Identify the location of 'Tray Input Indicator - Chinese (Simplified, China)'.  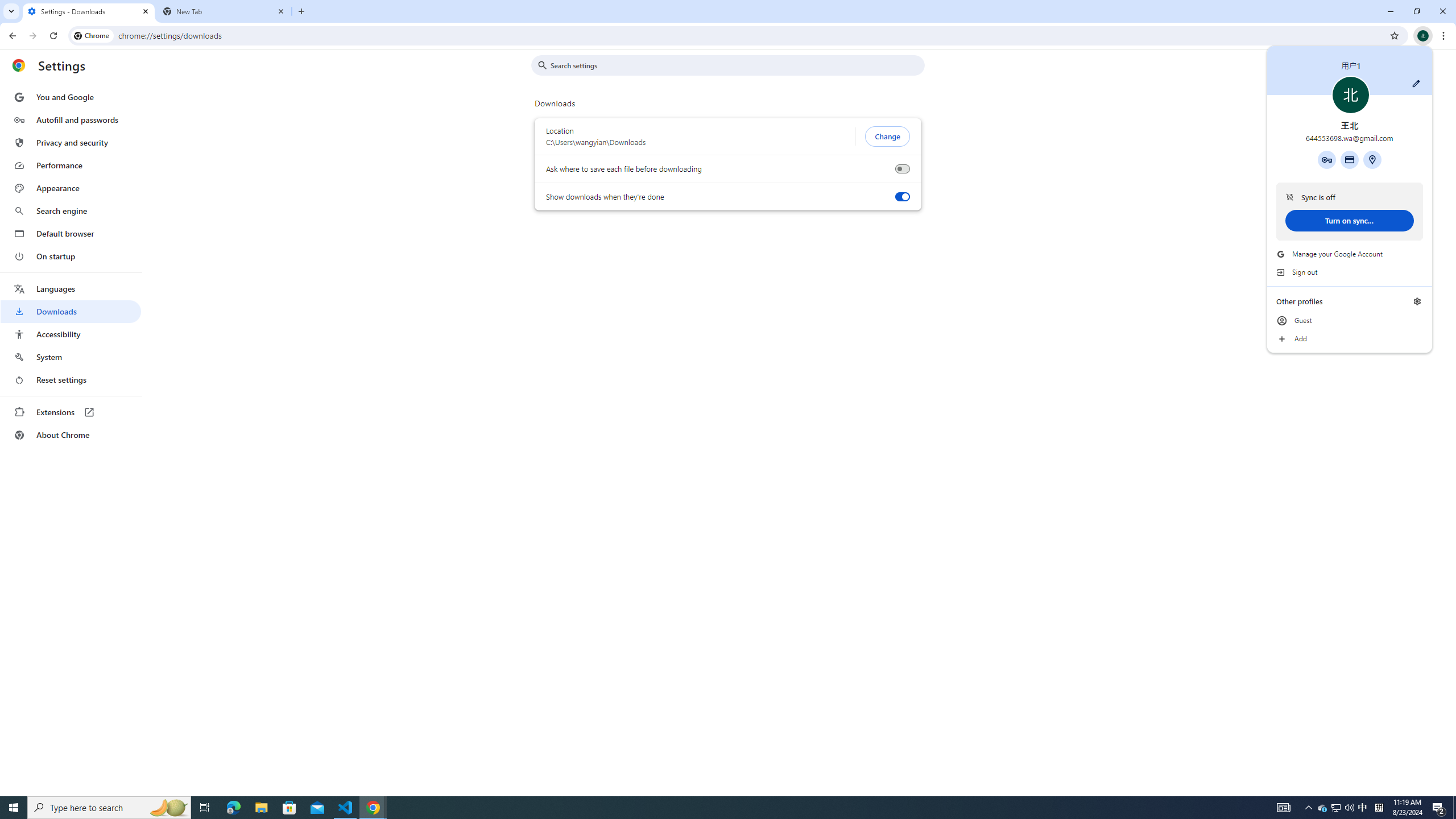
(1379, 806).